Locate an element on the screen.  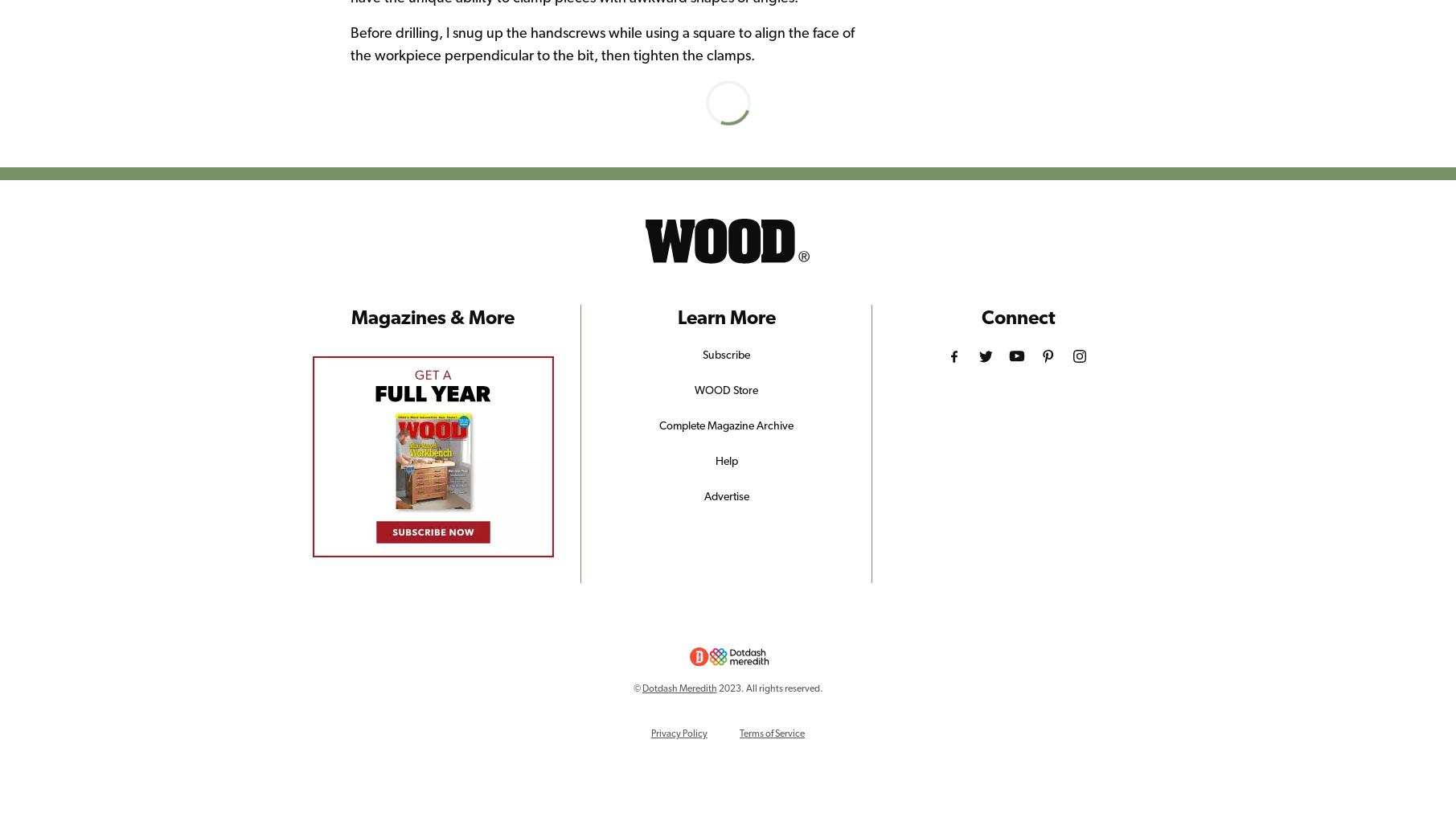
'2023. All rights reserved.' is located at coordinates (768, 688).